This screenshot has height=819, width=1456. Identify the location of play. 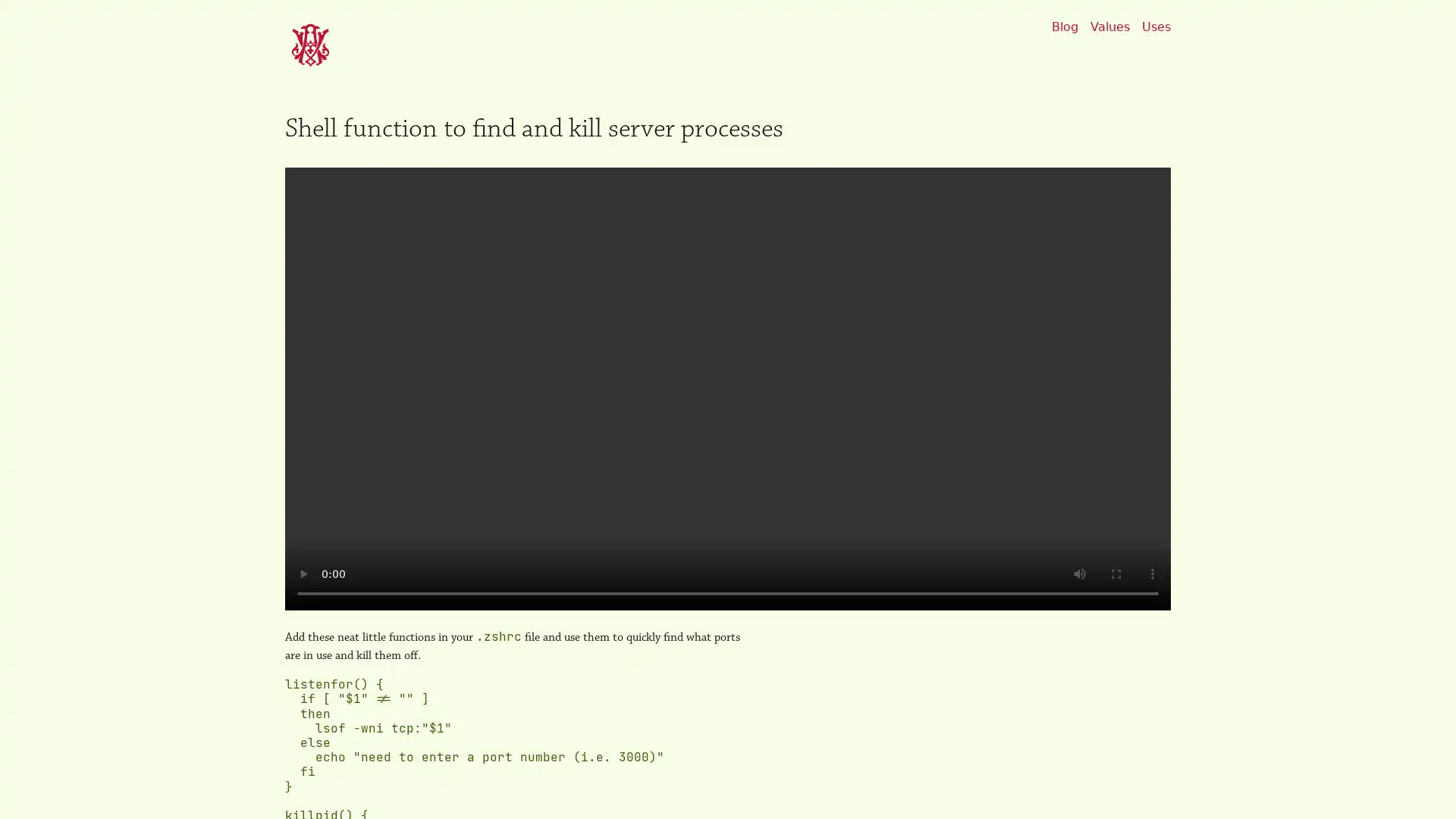
(303, 573).